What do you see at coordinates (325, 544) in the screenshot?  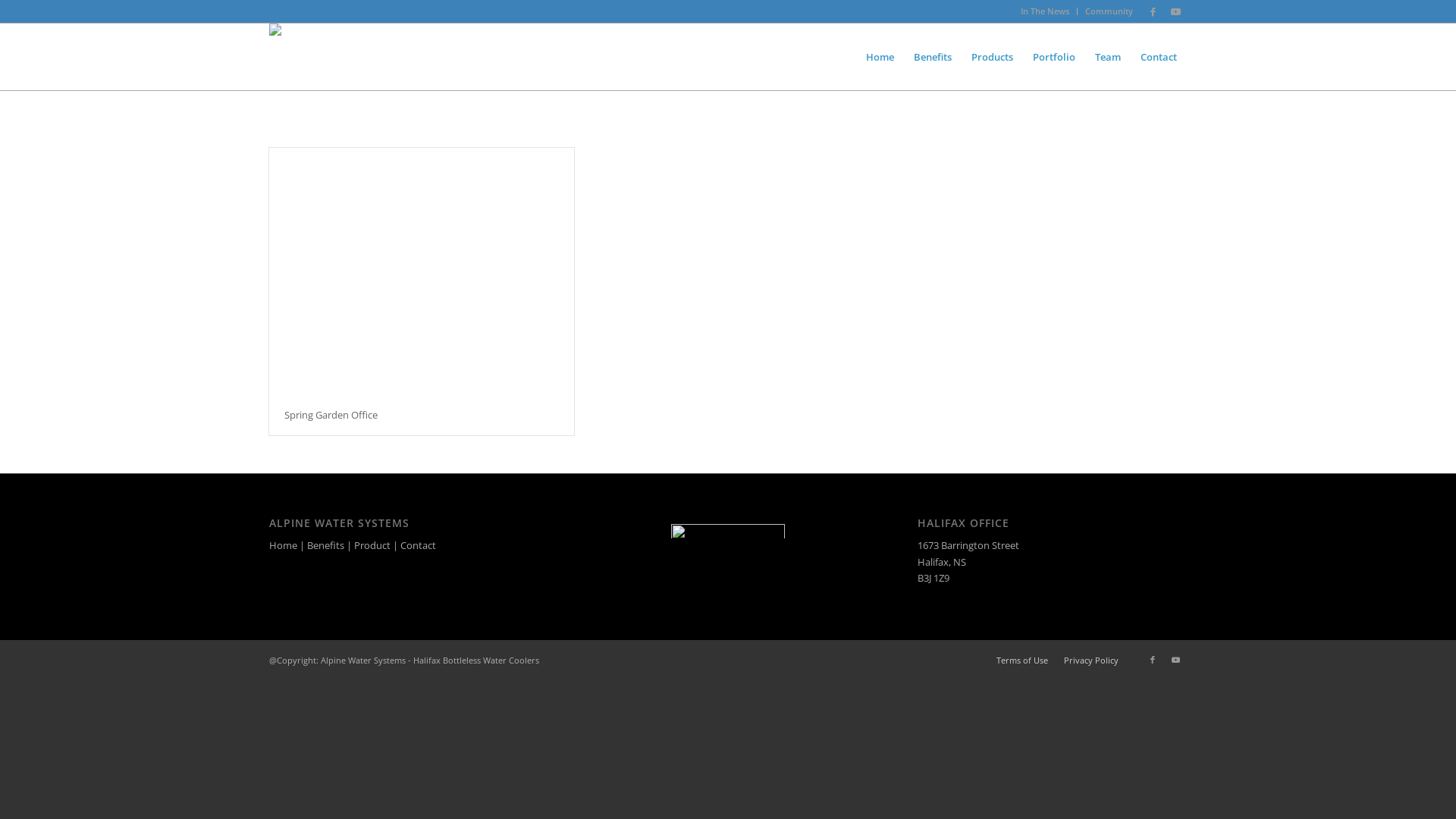 I see `'Benefits'` at bounding box center [325, 544].